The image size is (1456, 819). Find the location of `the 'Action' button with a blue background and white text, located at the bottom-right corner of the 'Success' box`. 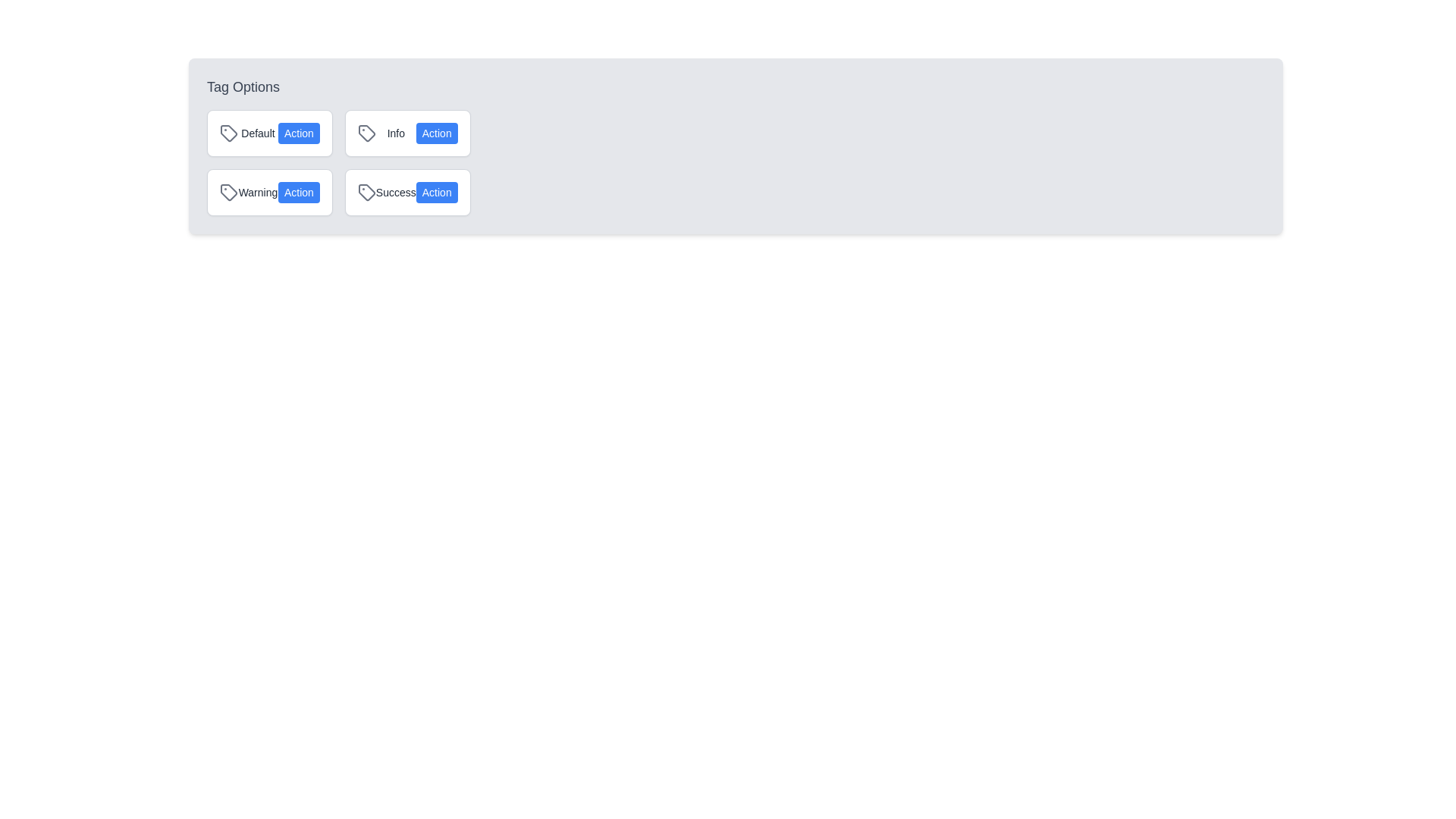

the 'Action' button with a blue background and white text, located at the bottom-right corner of the 'Success' box is located at coordinates (436, 192).